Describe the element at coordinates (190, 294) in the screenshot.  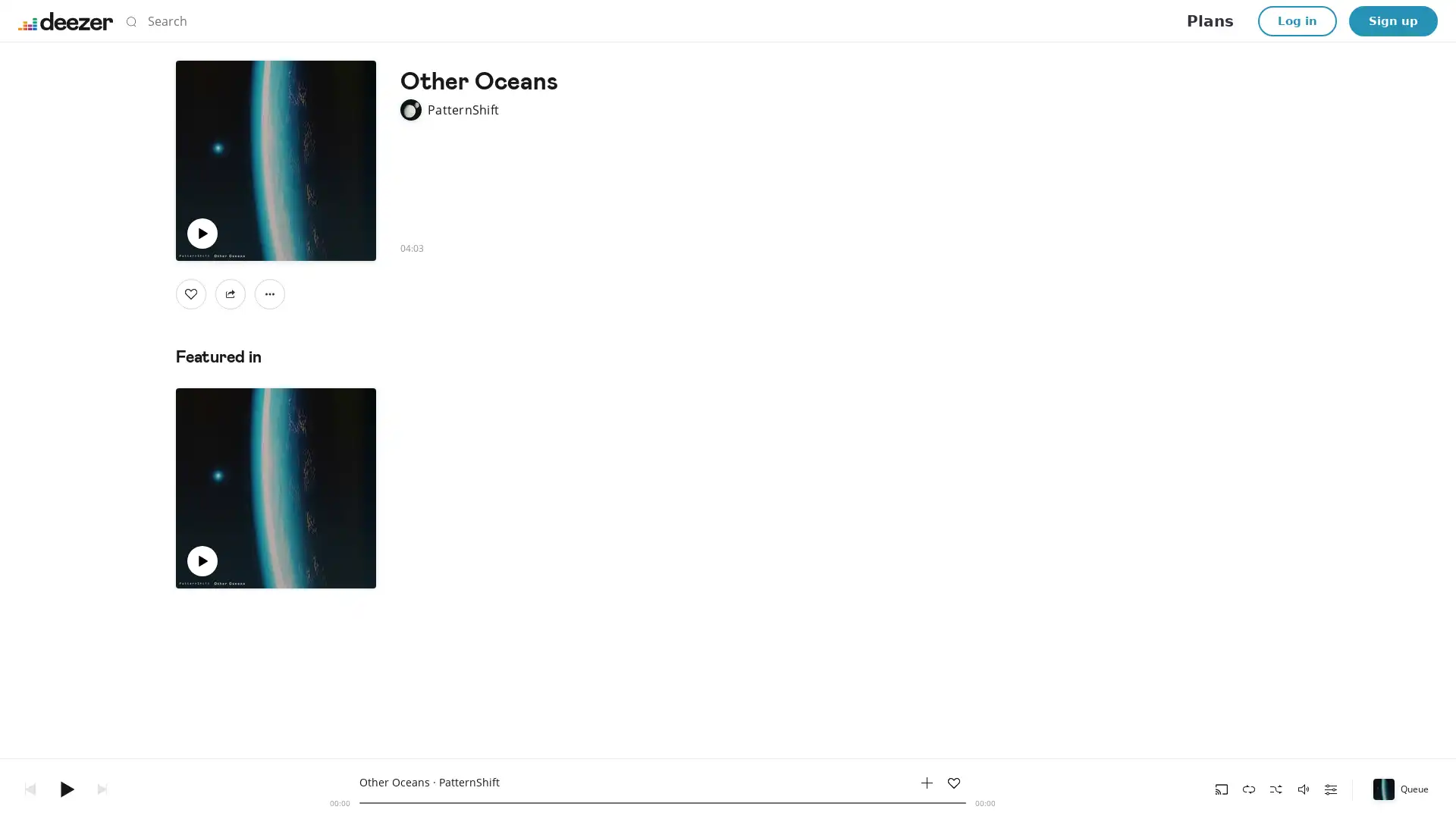
I see `Add` at that location.